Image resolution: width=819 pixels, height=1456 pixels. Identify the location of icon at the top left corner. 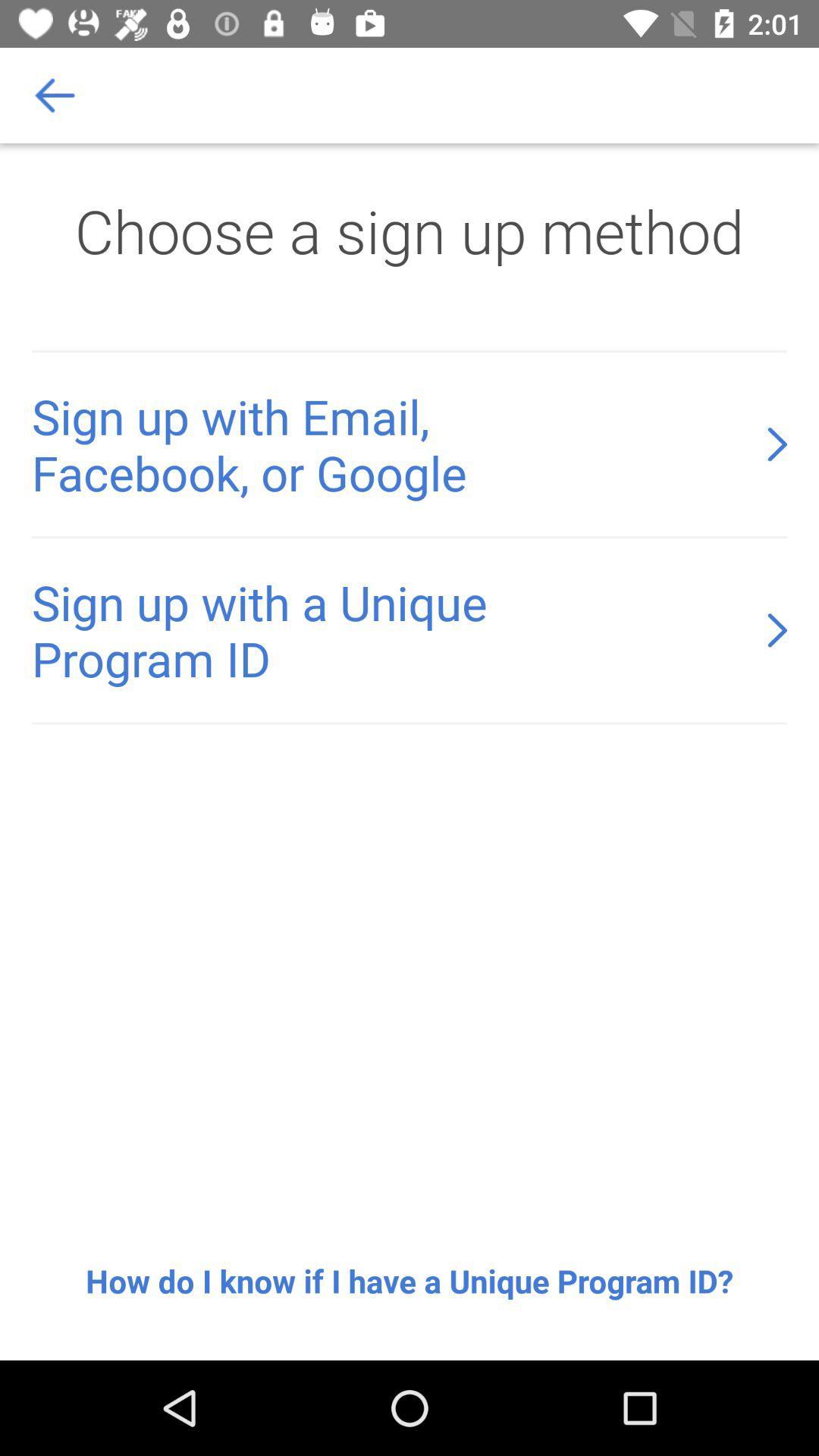
(55, 94).